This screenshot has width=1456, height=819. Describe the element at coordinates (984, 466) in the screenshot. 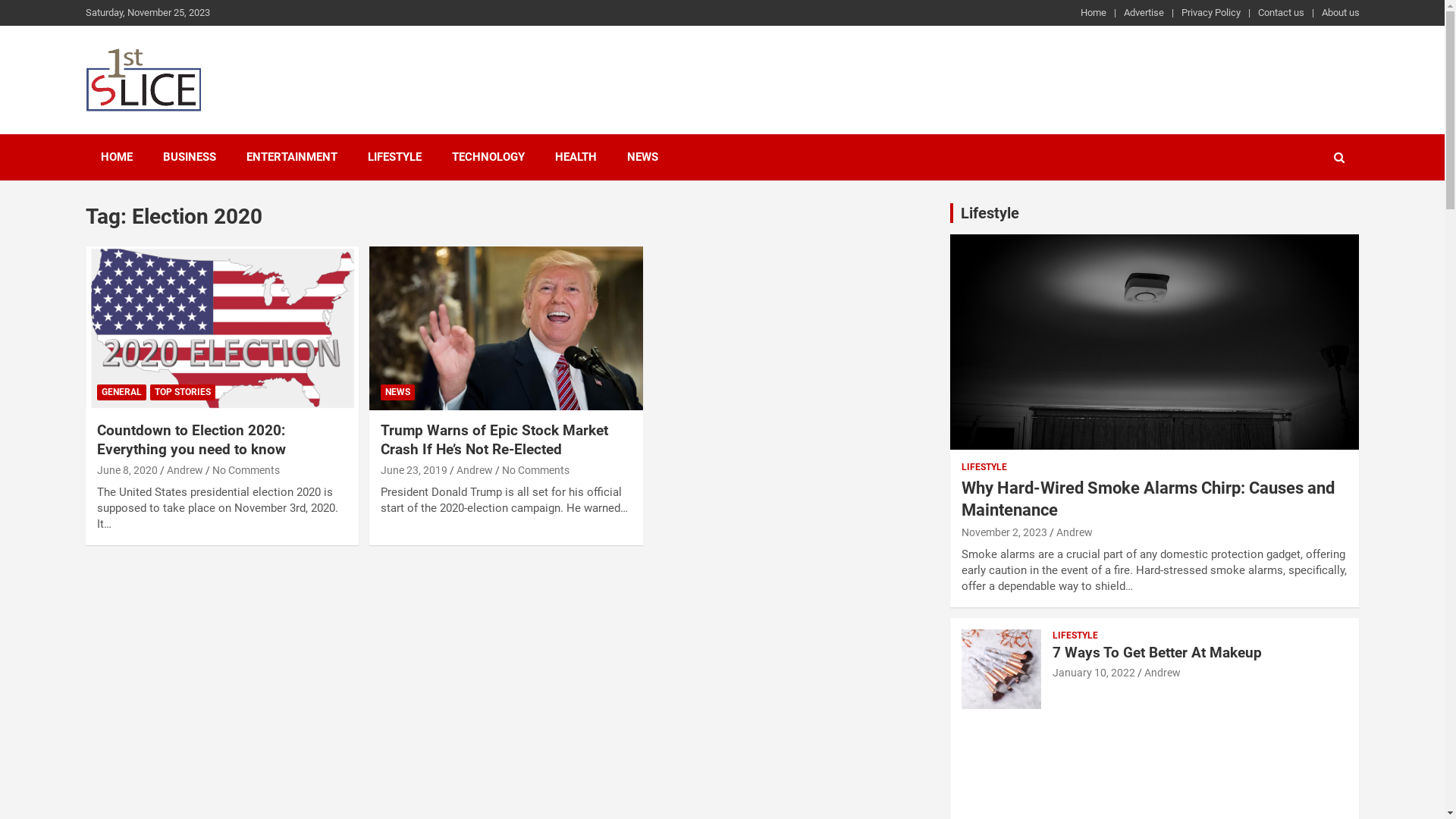

I see `'LIFESTYLE'` at that location.